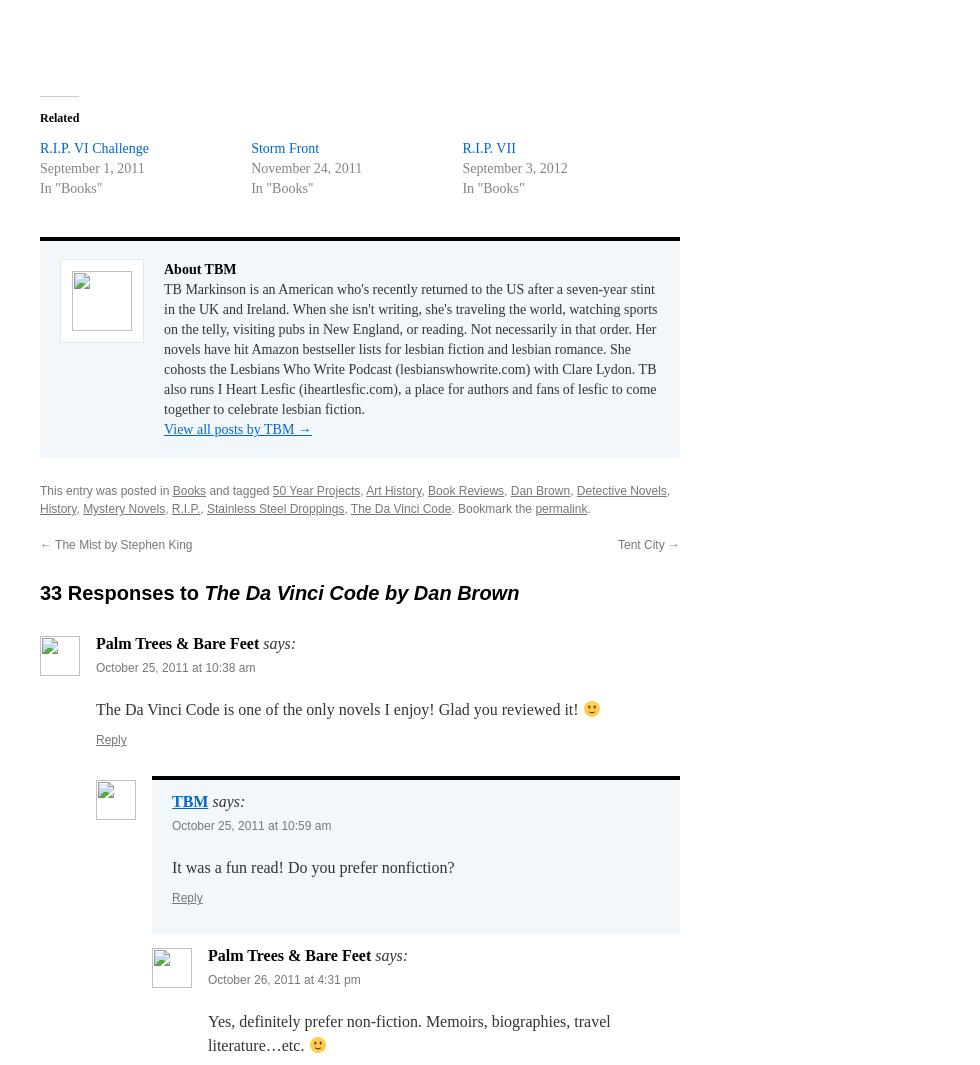 The width and height of the screenshot is (980, 1065). What do you see at coordinates (539, 489) in the screenshot?
I see `'Dan Brown'` at bounding box center [539, 489].